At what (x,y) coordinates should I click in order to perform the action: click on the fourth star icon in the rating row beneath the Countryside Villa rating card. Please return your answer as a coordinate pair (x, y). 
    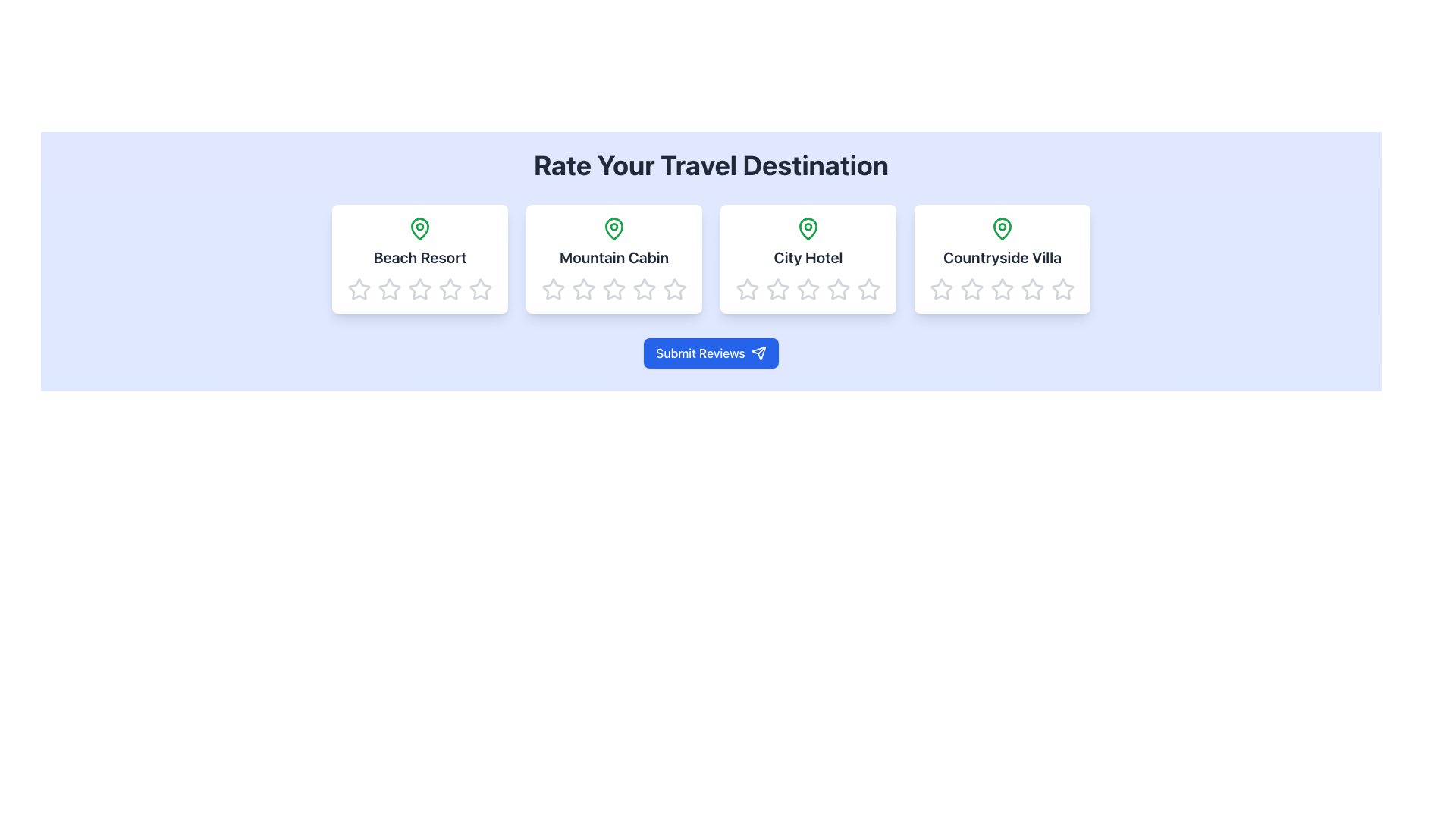
    Looking at the image, I should click on (1002, 289).